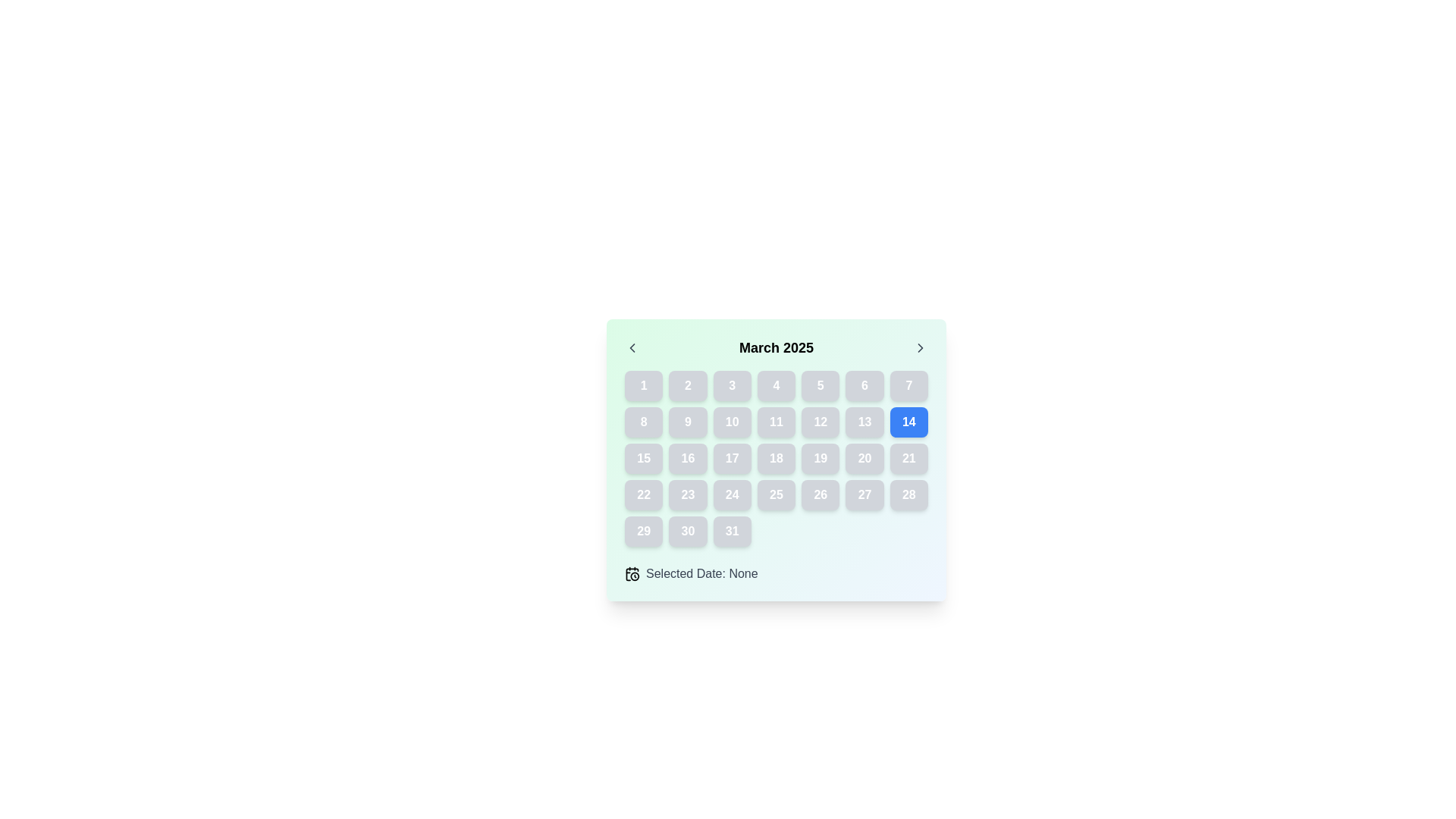 The image size is (1456, 819). Describe the element at coordinates (776, 458) in the screenshot. I see `the button labeled '18' in the calendar grid` at that location.